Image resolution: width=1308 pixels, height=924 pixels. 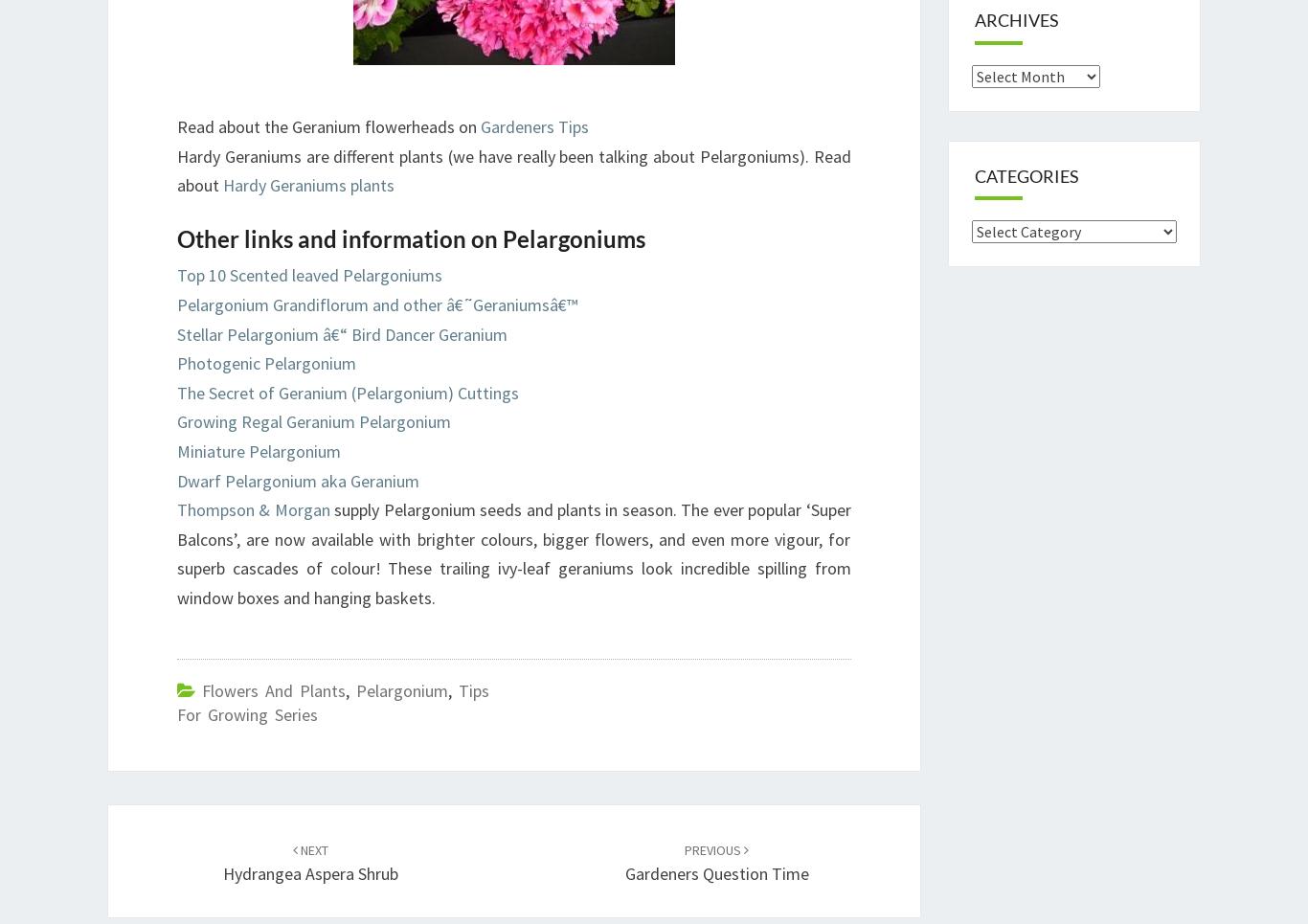 I want to click on 'Other links and information on Pelargoniums', so click(x=410, y=237).